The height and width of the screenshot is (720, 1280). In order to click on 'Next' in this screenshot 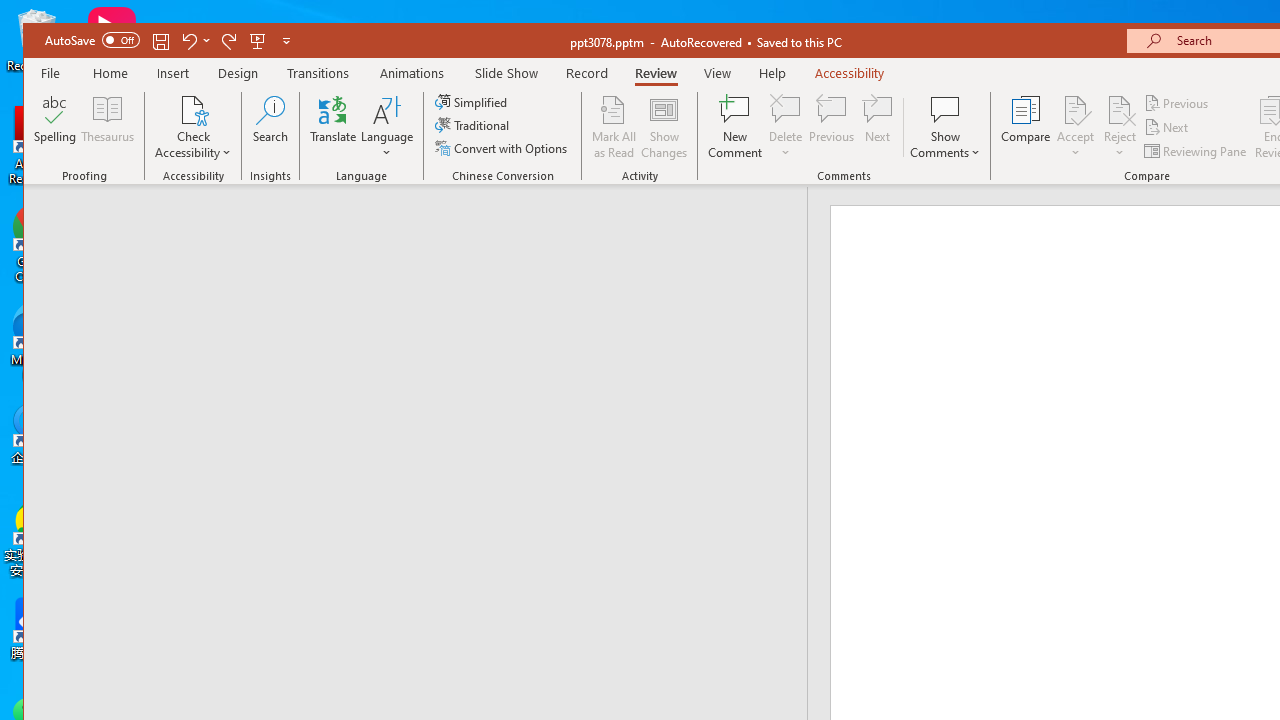, I will do `click(1168, 127)`.